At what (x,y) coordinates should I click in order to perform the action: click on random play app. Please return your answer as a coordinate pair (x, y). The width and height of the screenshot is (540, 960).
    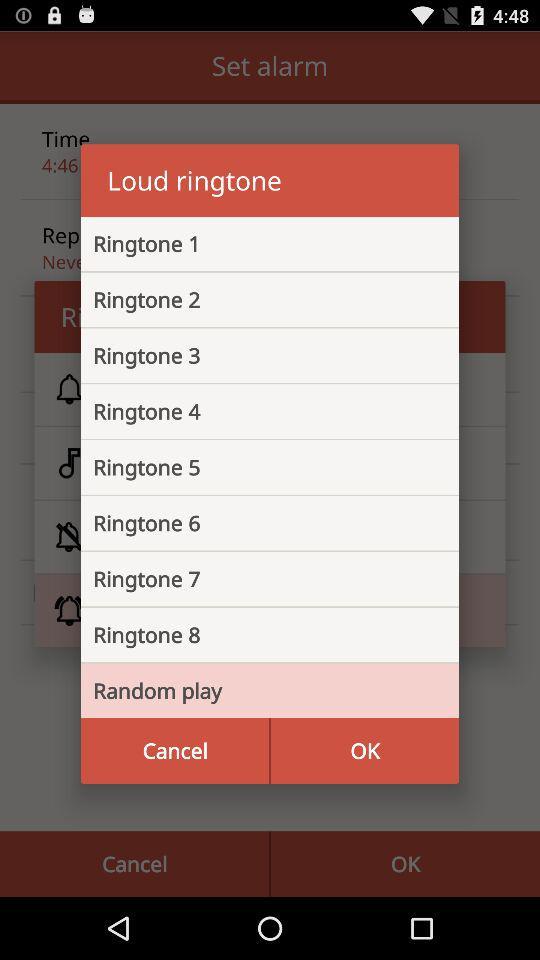
    Looking at the image, I should click on (254, 690).